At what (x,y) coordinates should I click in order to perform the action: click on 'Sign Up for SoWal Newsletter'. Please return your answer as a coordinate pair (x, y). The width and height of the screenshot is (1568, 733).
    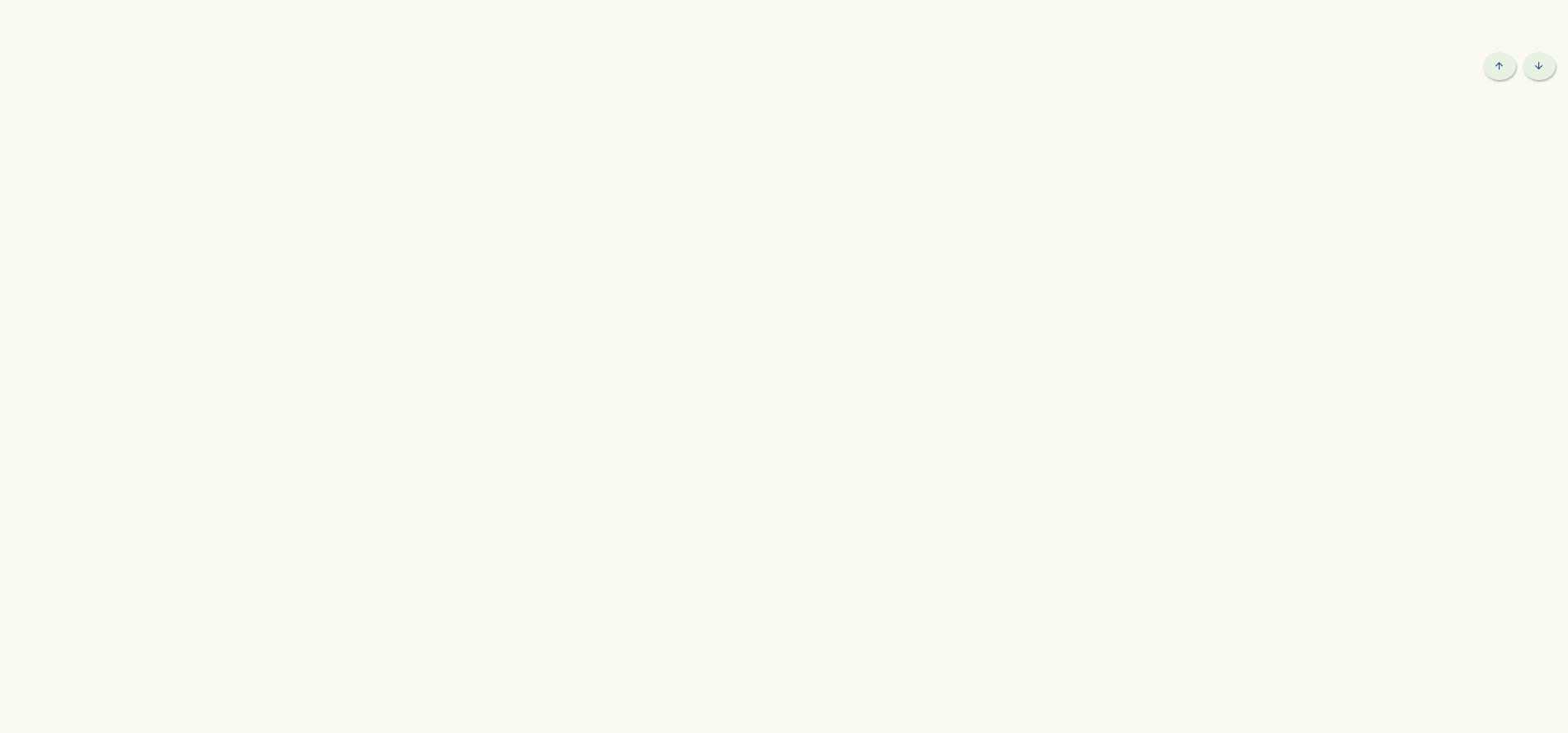
    Looking at the image, I should click on (1254, 132).